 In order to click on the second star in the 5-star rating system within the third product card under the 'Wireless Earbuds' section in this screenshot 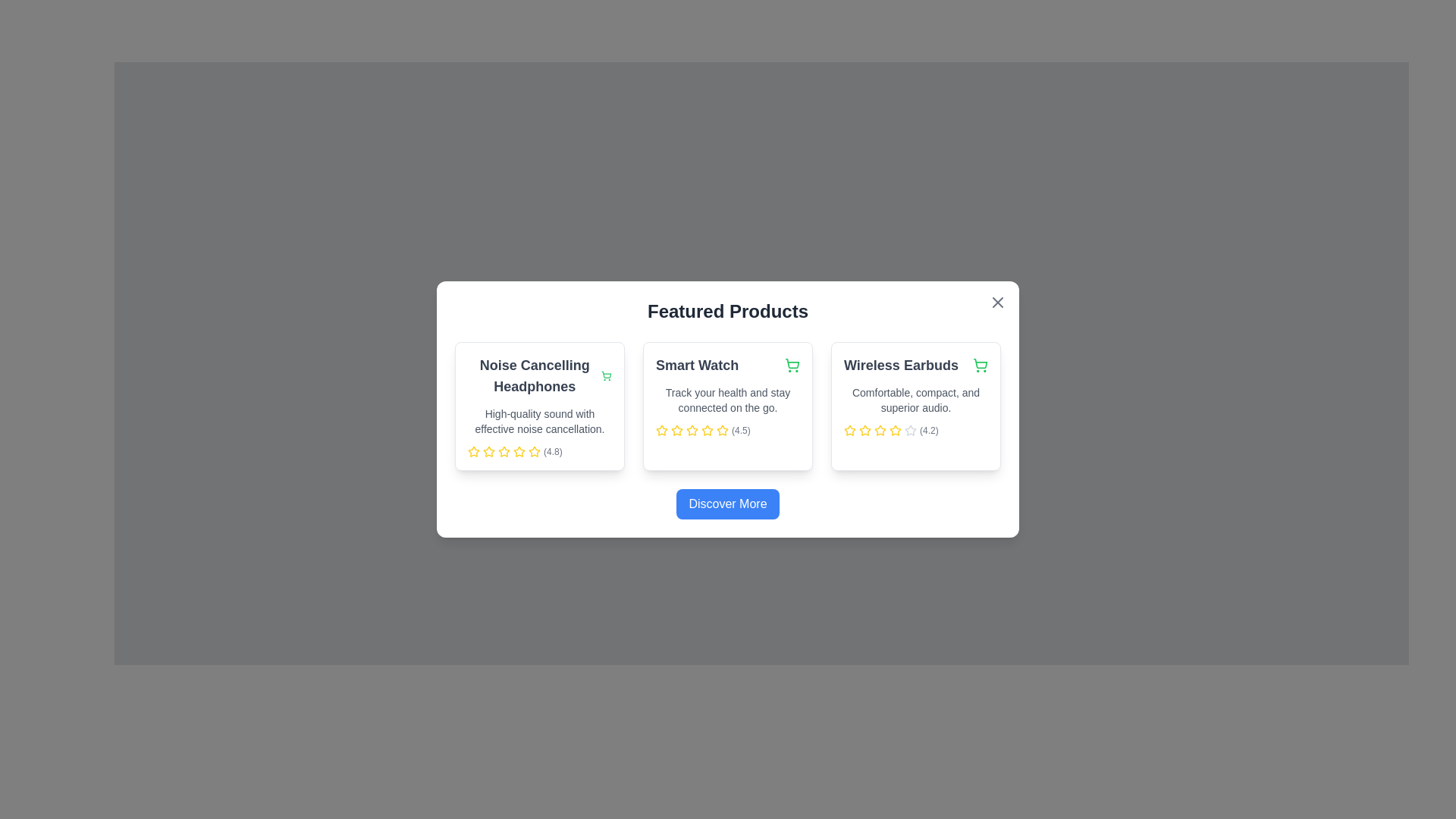, I will do `click(880, 430)`.